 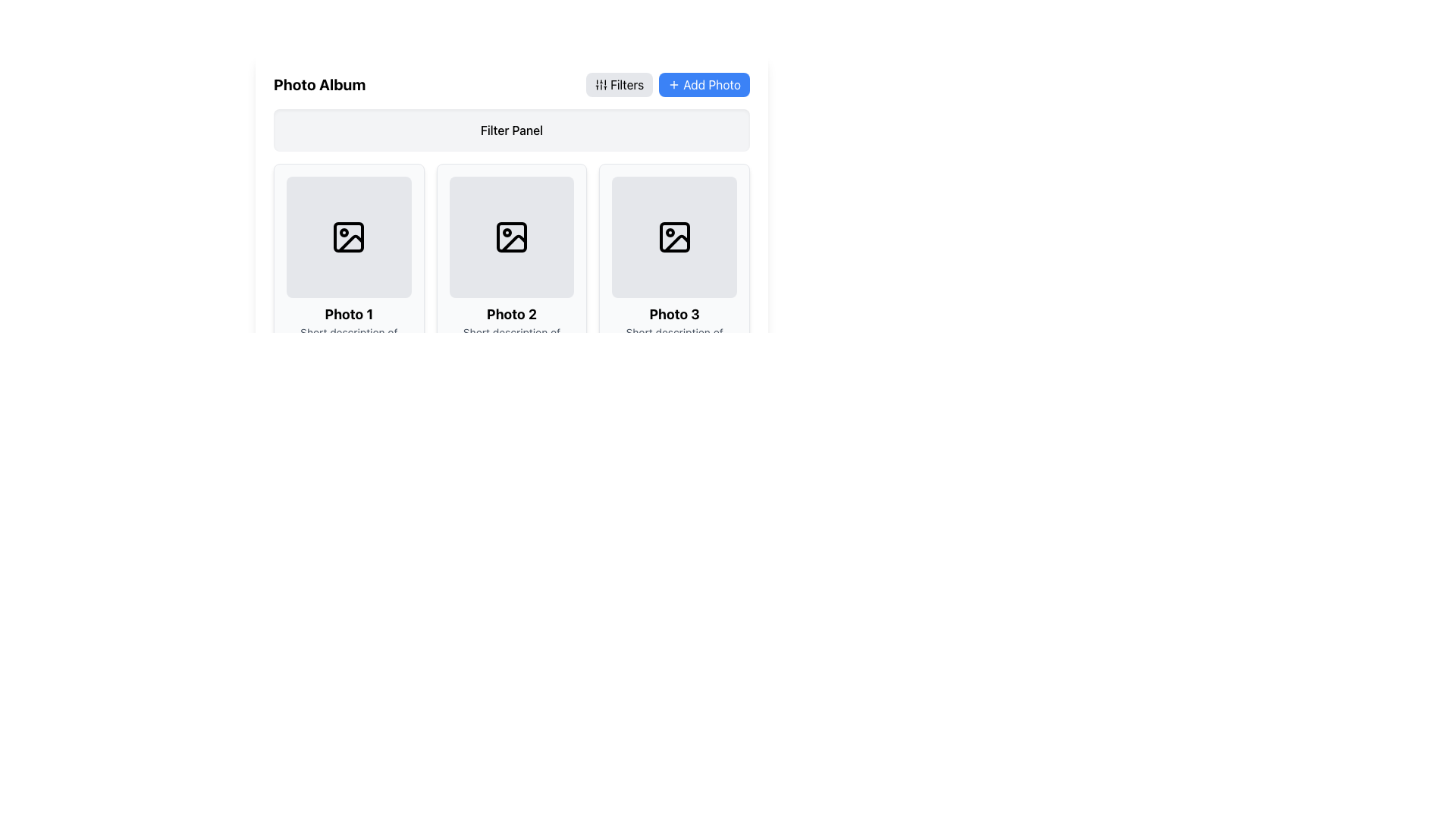 I want to click on the plus sign icon inside the blue 'Add Photo' button located in the top-right corner of the interface, so click(x=673, y=84).